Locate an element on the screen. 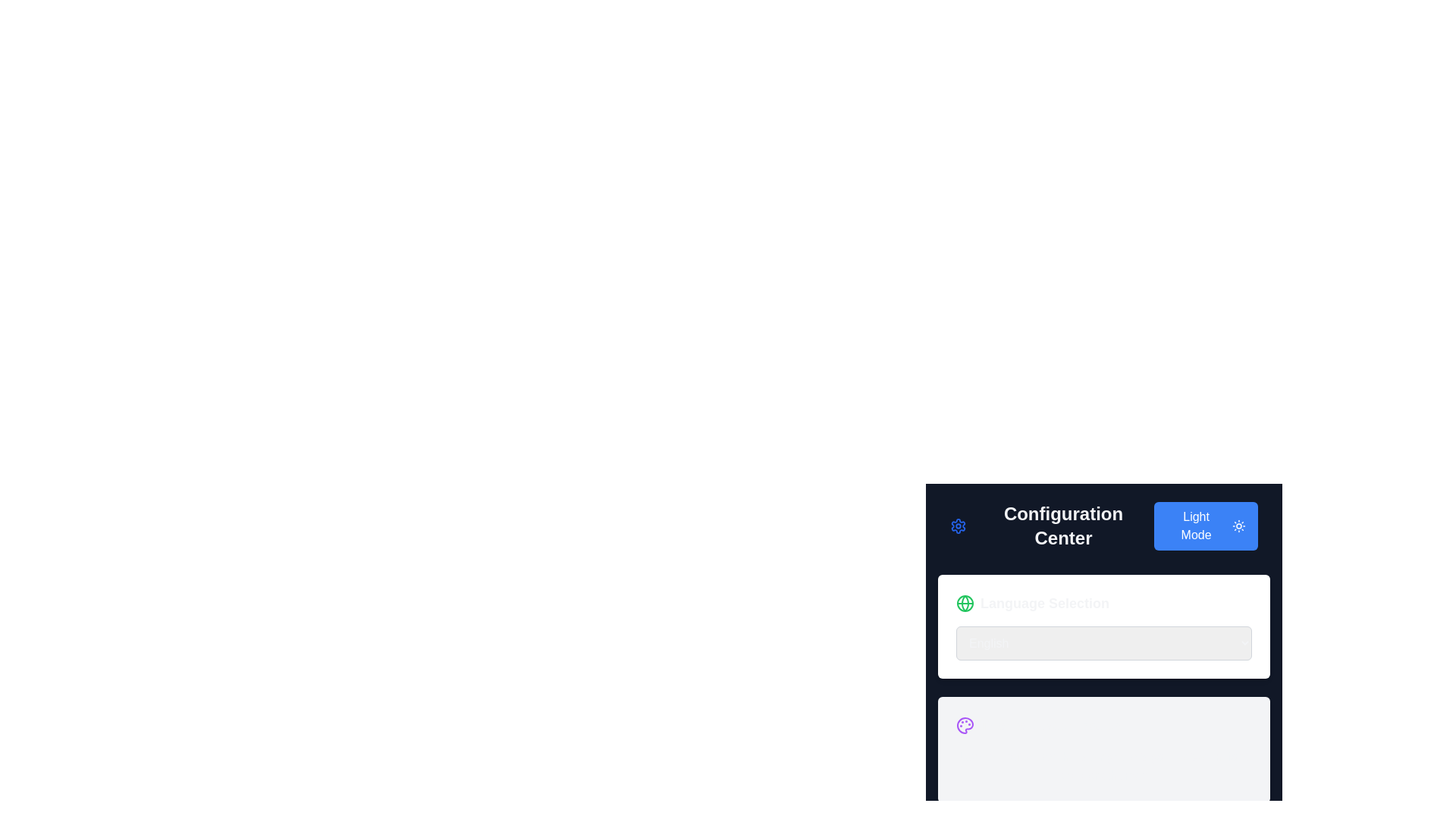 Image resolution: width=1456 pixels, height=819 pixels. the blue gear-shaped icon representing settings, located to the left of the 'Configuration Center' text label is located at coordinates (957, 526).